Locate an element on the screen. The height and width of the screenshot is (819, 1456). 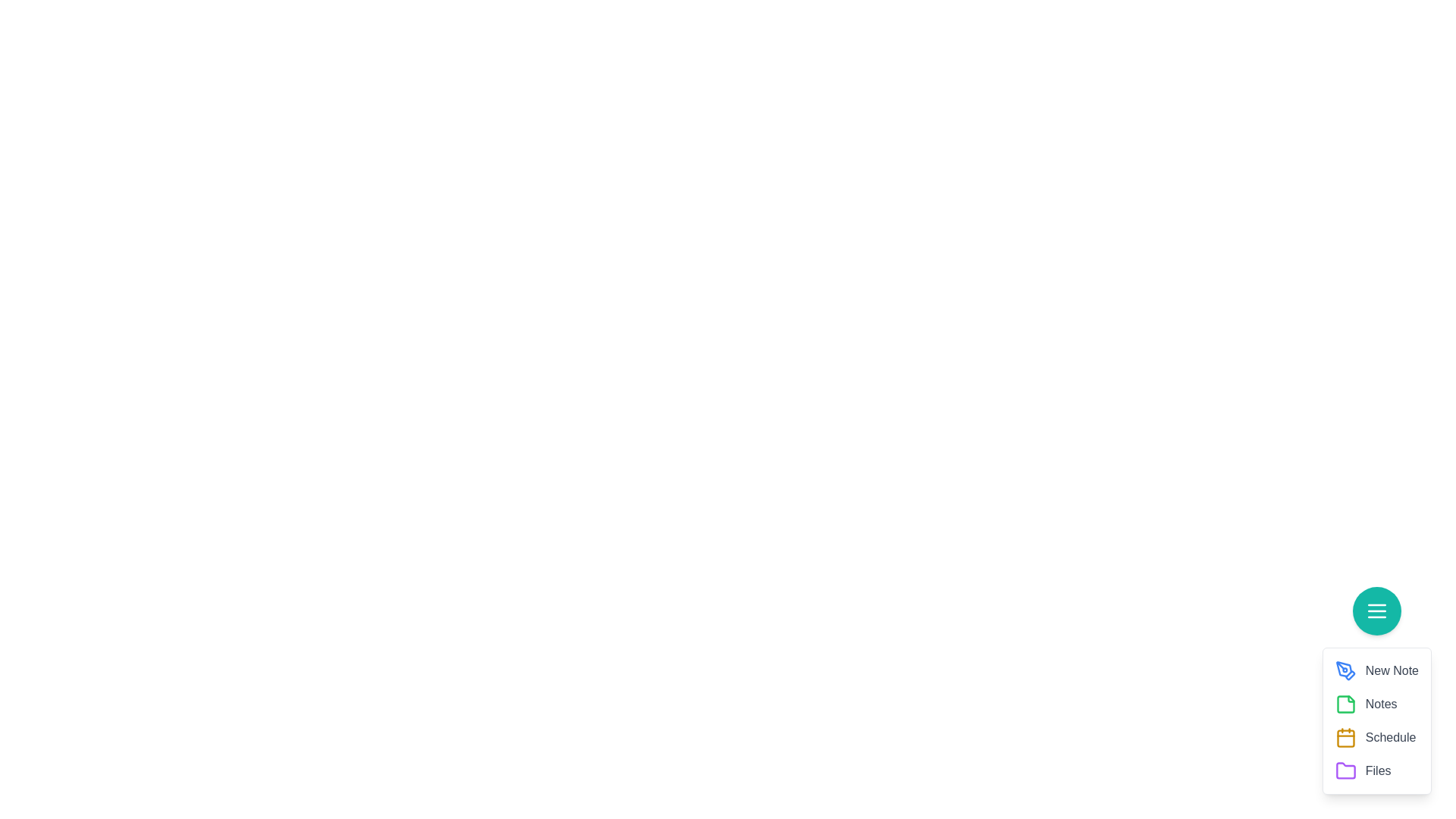
the New Note from the speed dial menu is located at coordinates (1345, 670).